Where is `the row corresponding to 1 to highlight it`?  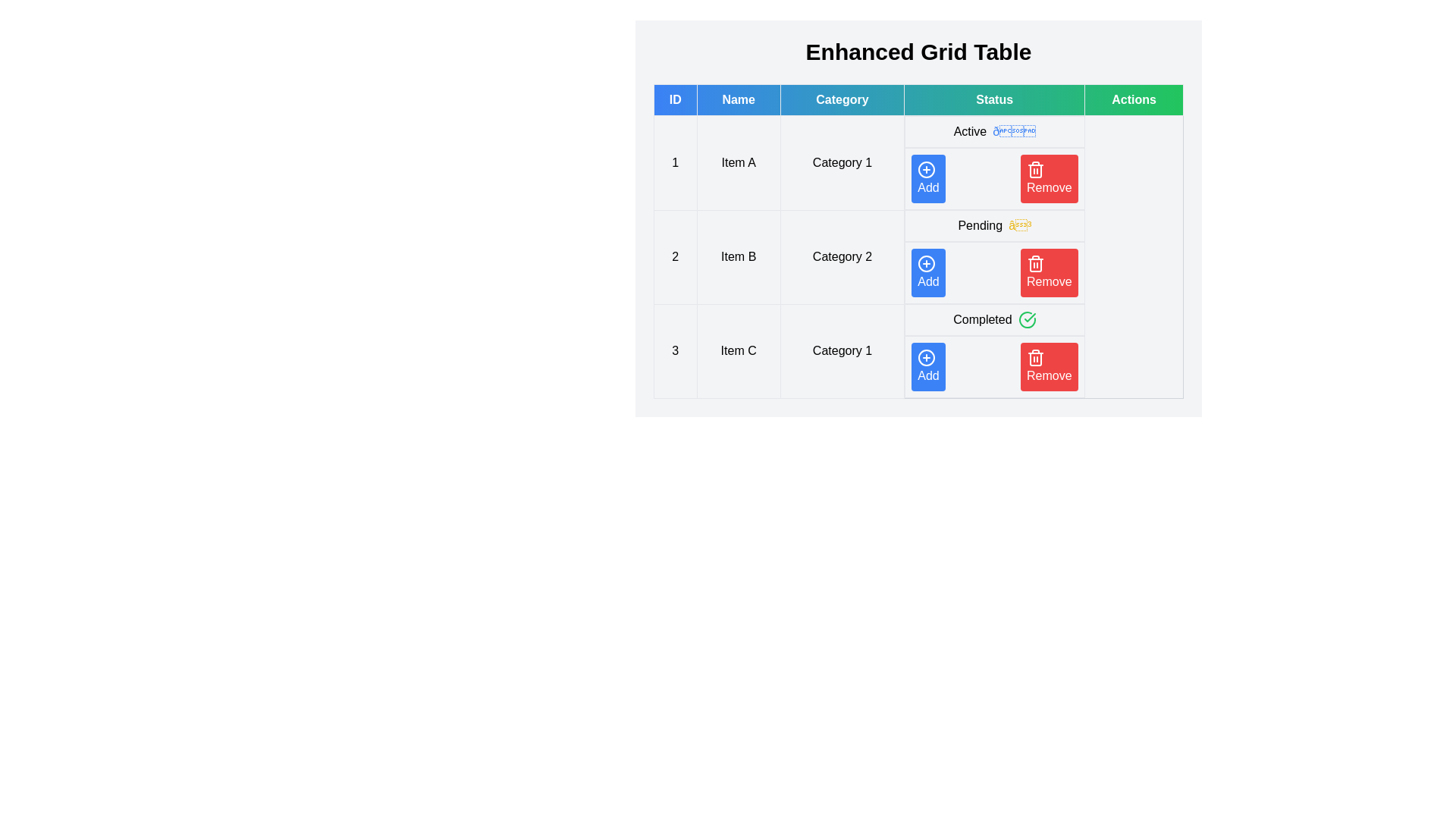
the row corresponding to 1 to highlight it is located at coordinates (918, 162).